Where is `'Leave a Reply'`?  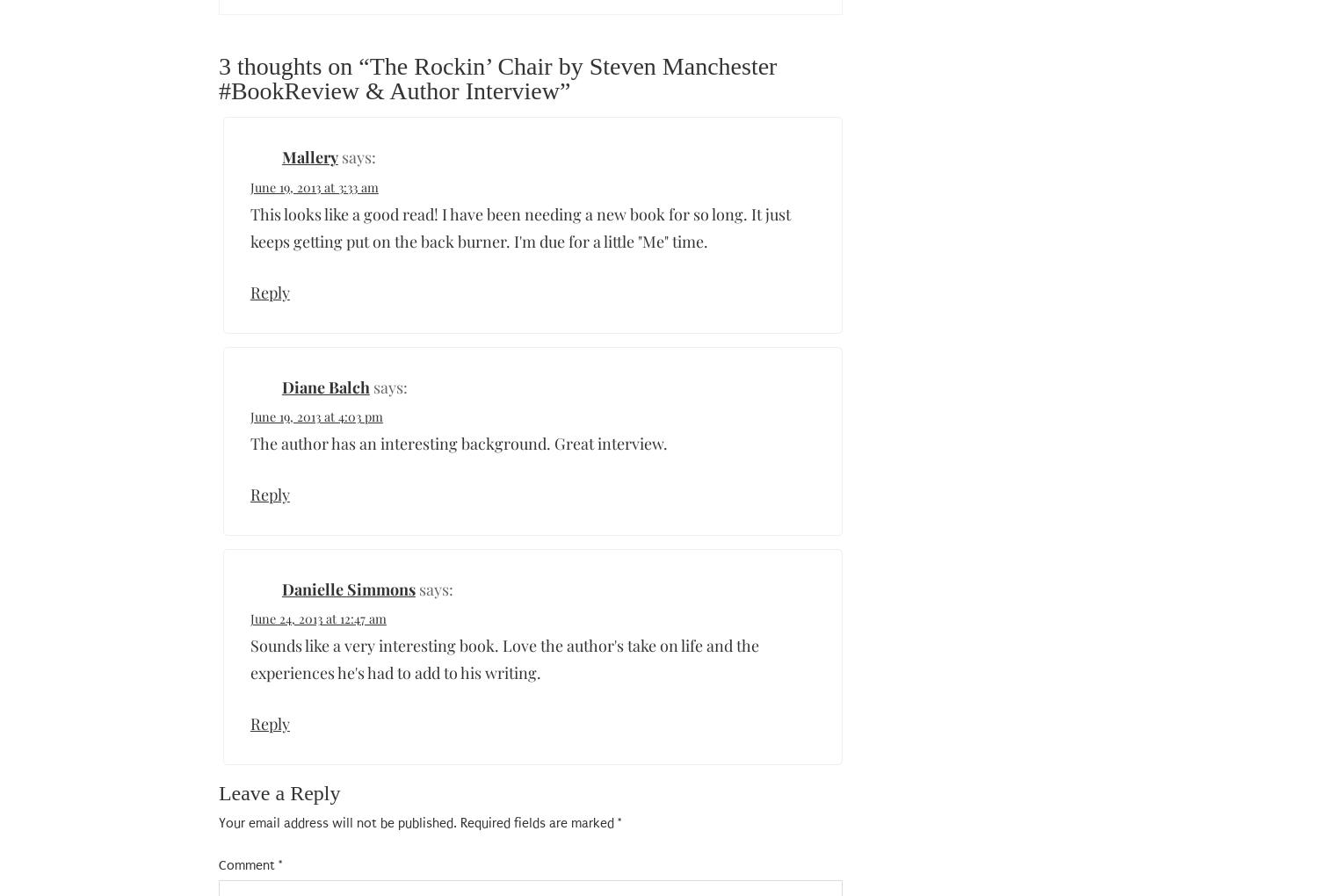
'Leave a Reply' is located at coordinates (278, 793).